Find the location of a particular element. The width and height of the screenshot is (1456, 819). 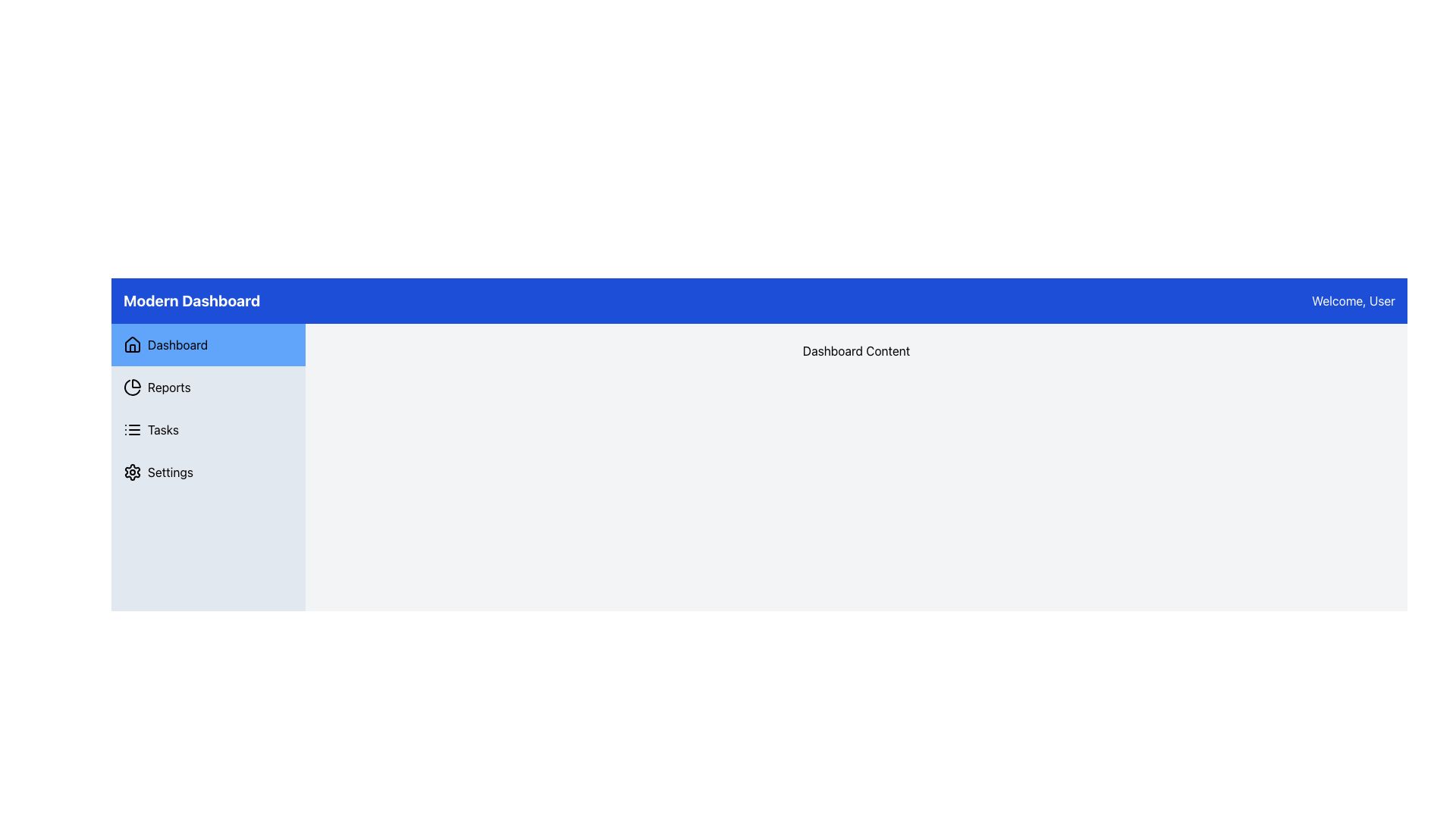

the third entry in the vertical navigation menu located directly below the 'Reports' menu item is located at coordinates (207, 430).